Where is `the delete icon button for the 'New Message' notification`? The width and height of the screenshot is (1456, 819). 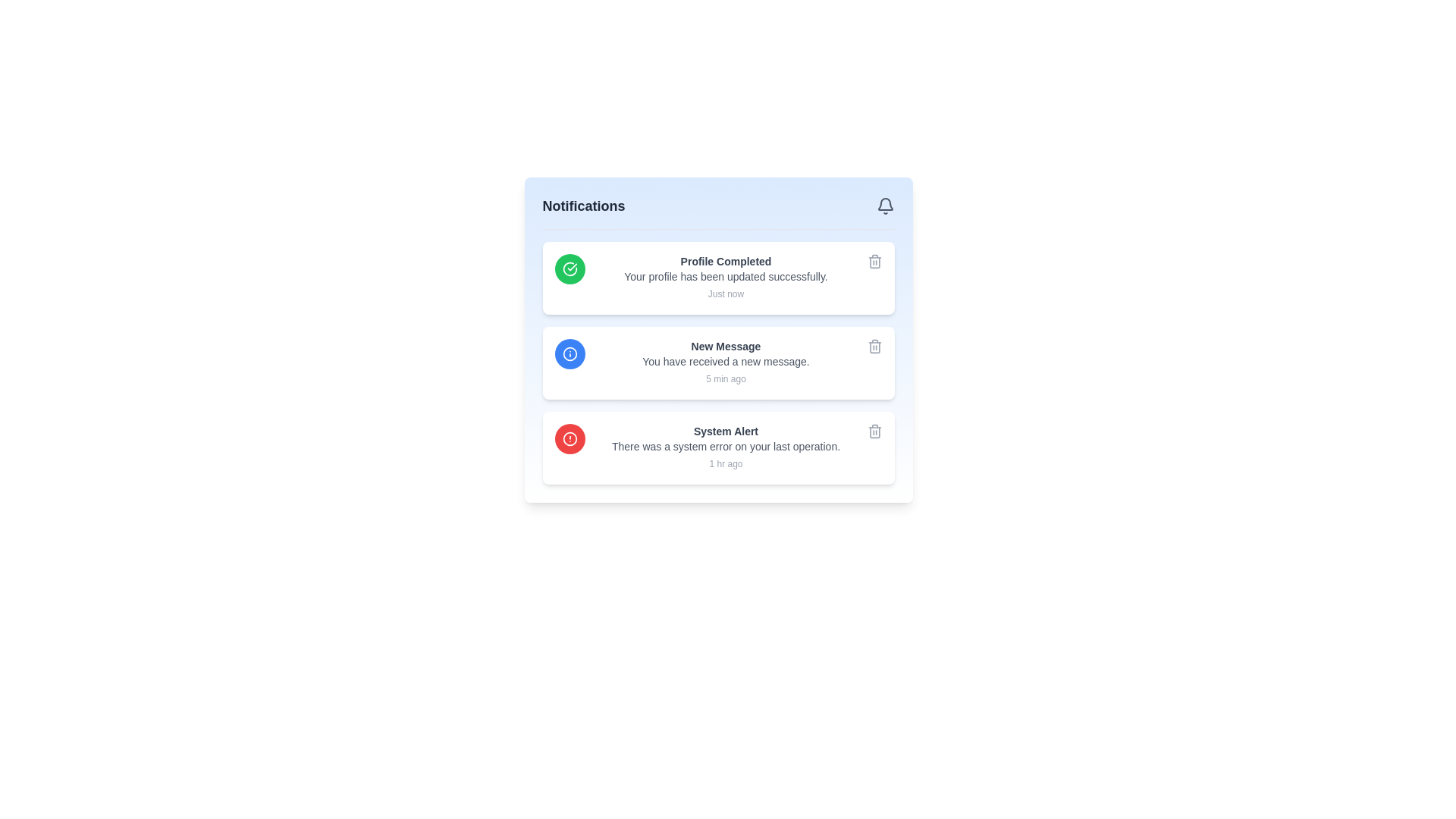 the delete icon button for the 'New Message' notification is located at coordinates (874, 346).